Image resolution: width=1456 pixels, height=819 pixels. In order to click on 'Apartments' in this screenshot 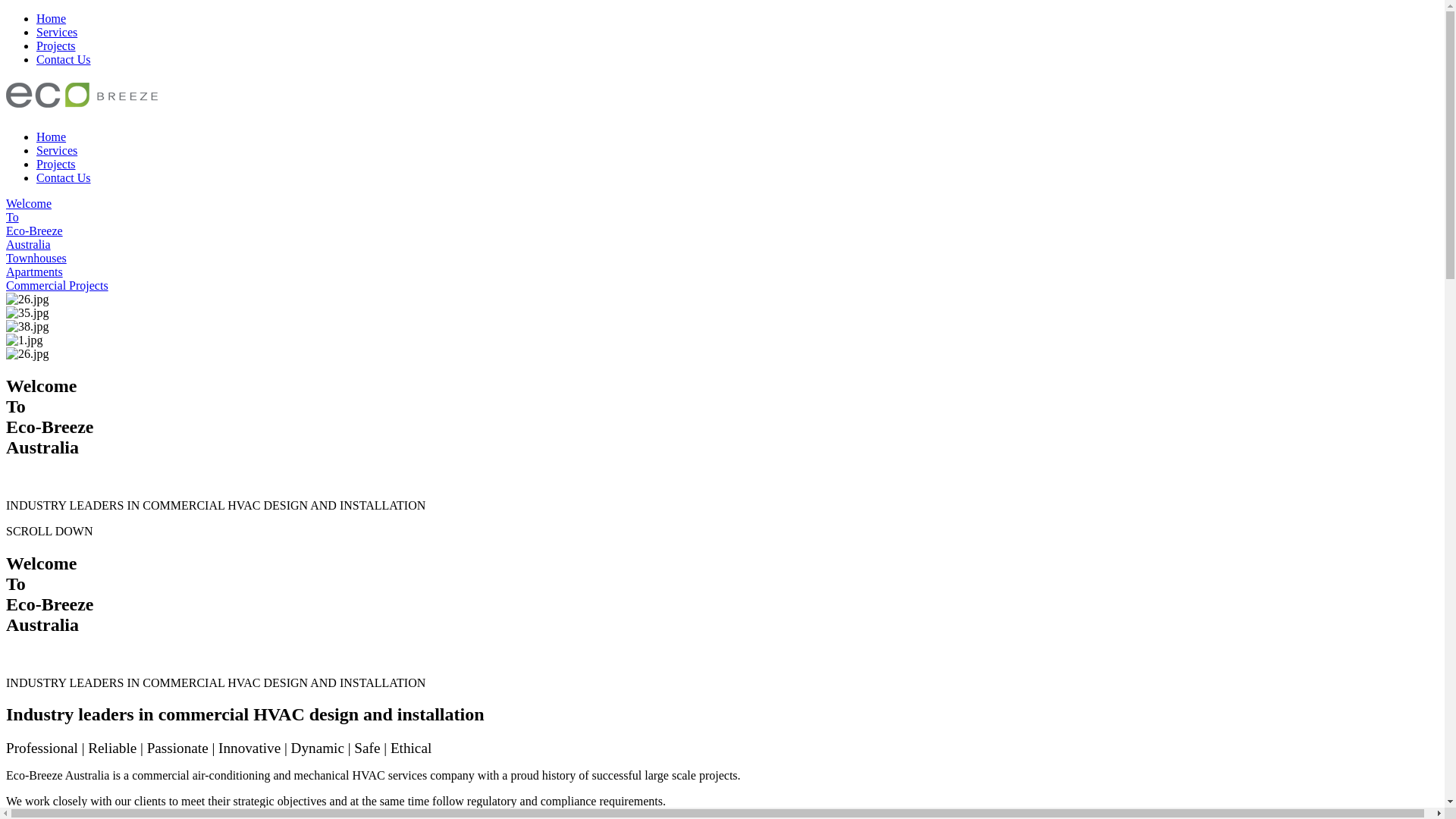, I will do `click(6, 271)`.